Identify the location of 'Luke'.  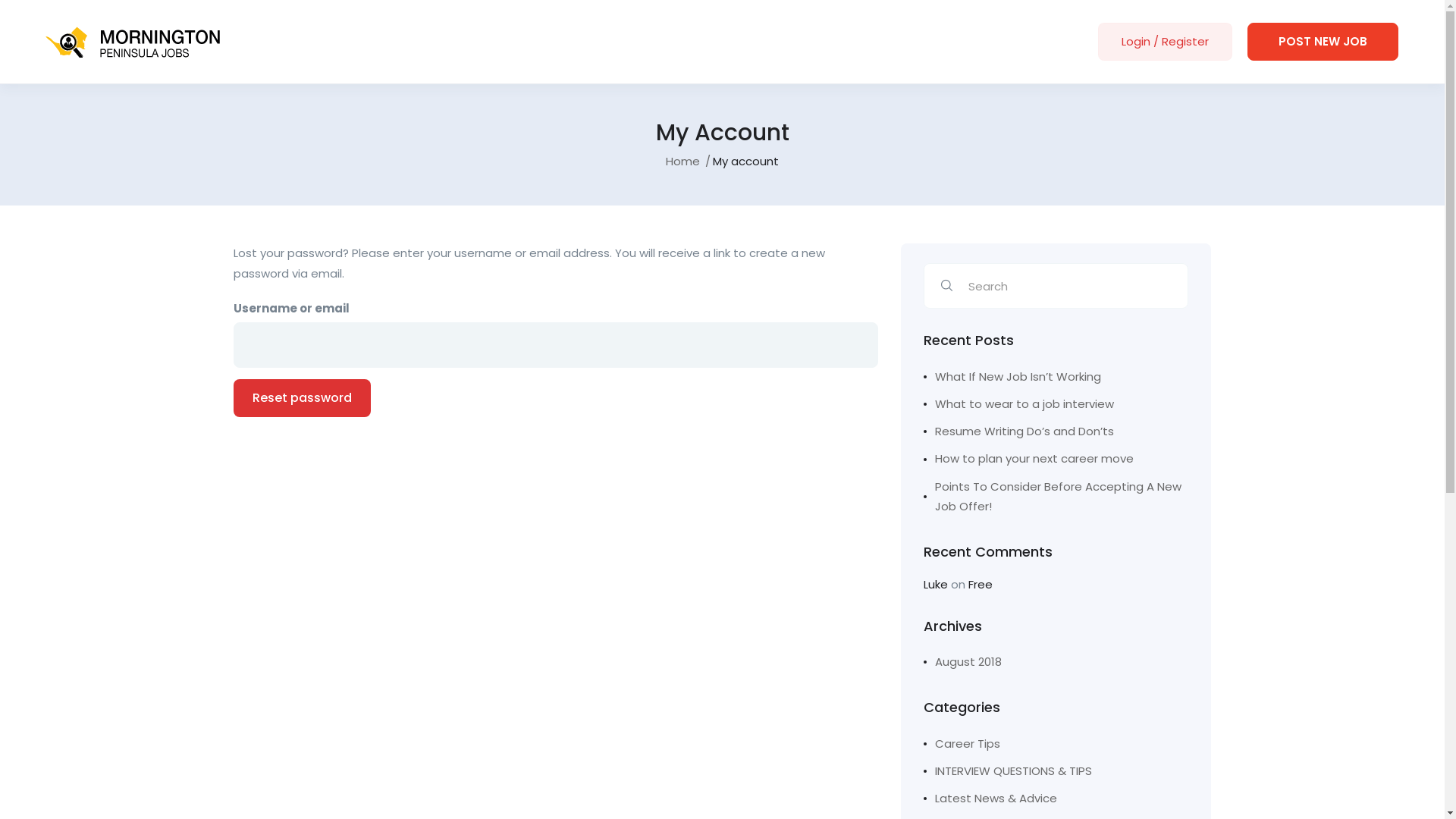
(934, 583).